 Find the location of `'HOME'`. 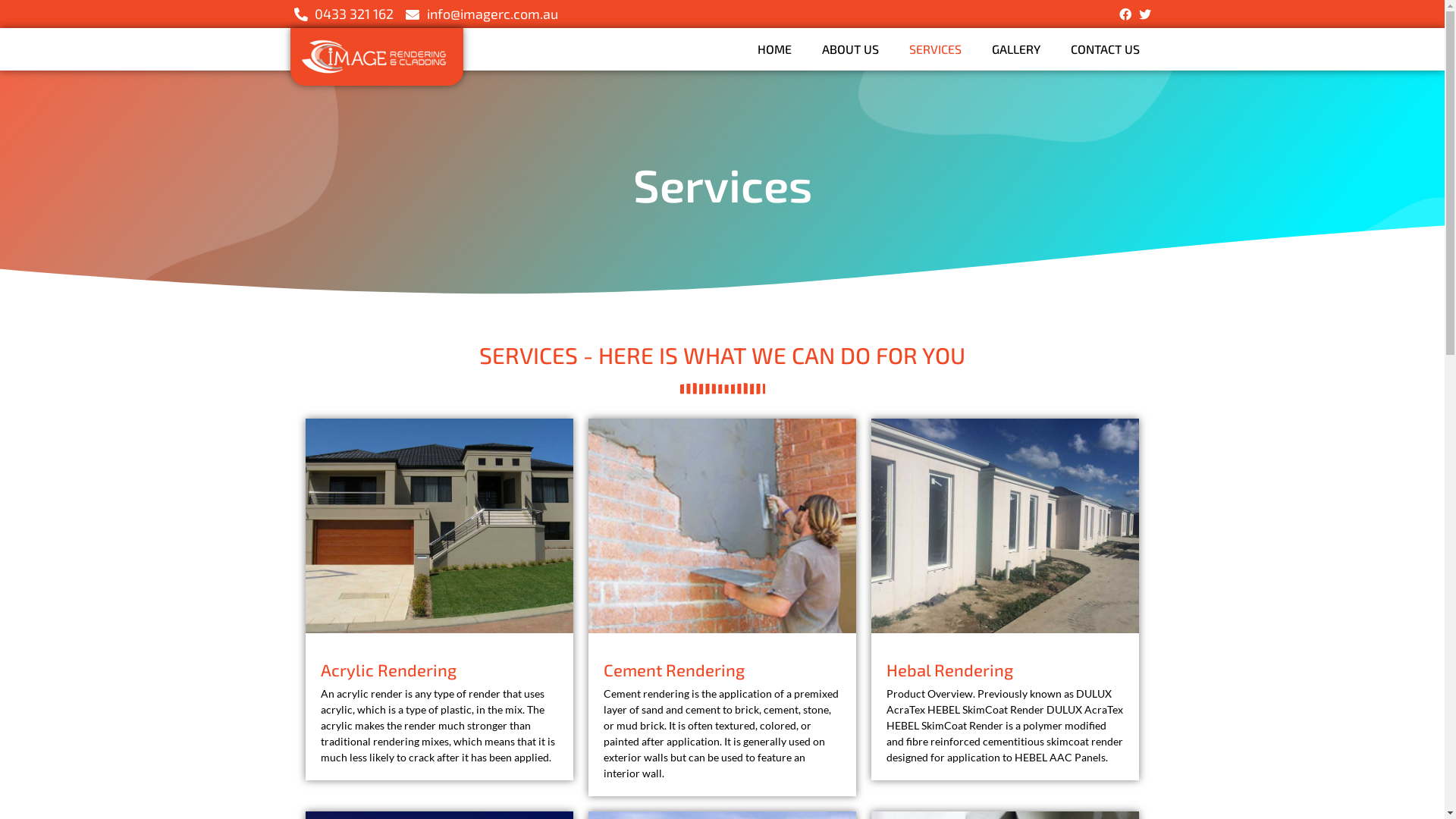

'HOME' is located at coordinates (773, 49).